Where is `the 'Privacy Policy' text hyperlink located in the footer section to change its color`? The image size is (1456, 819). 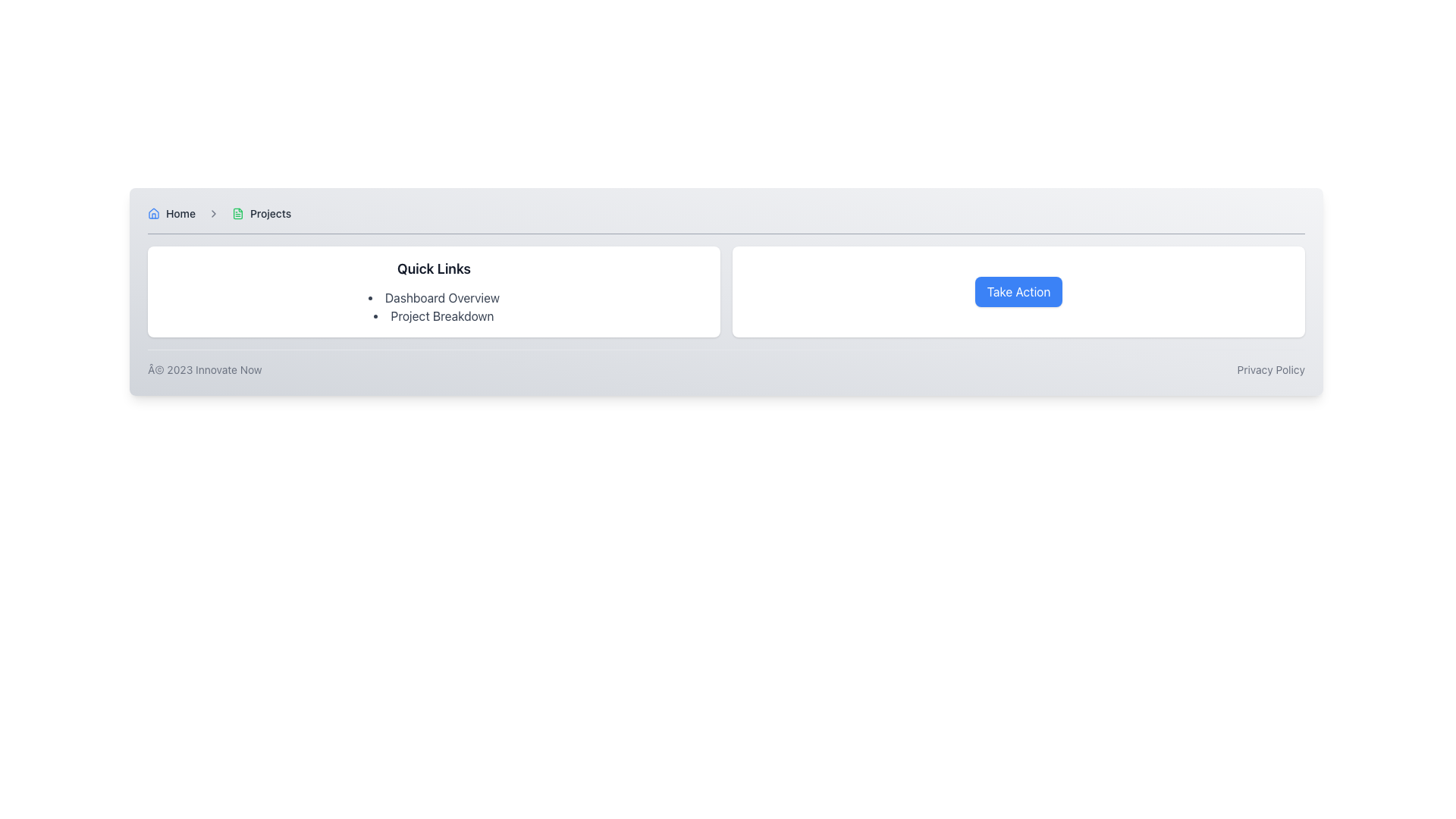
the 'Privacy Policy' text hyperlink located in the footer section to change its color is located at coordinates (1271, 370).